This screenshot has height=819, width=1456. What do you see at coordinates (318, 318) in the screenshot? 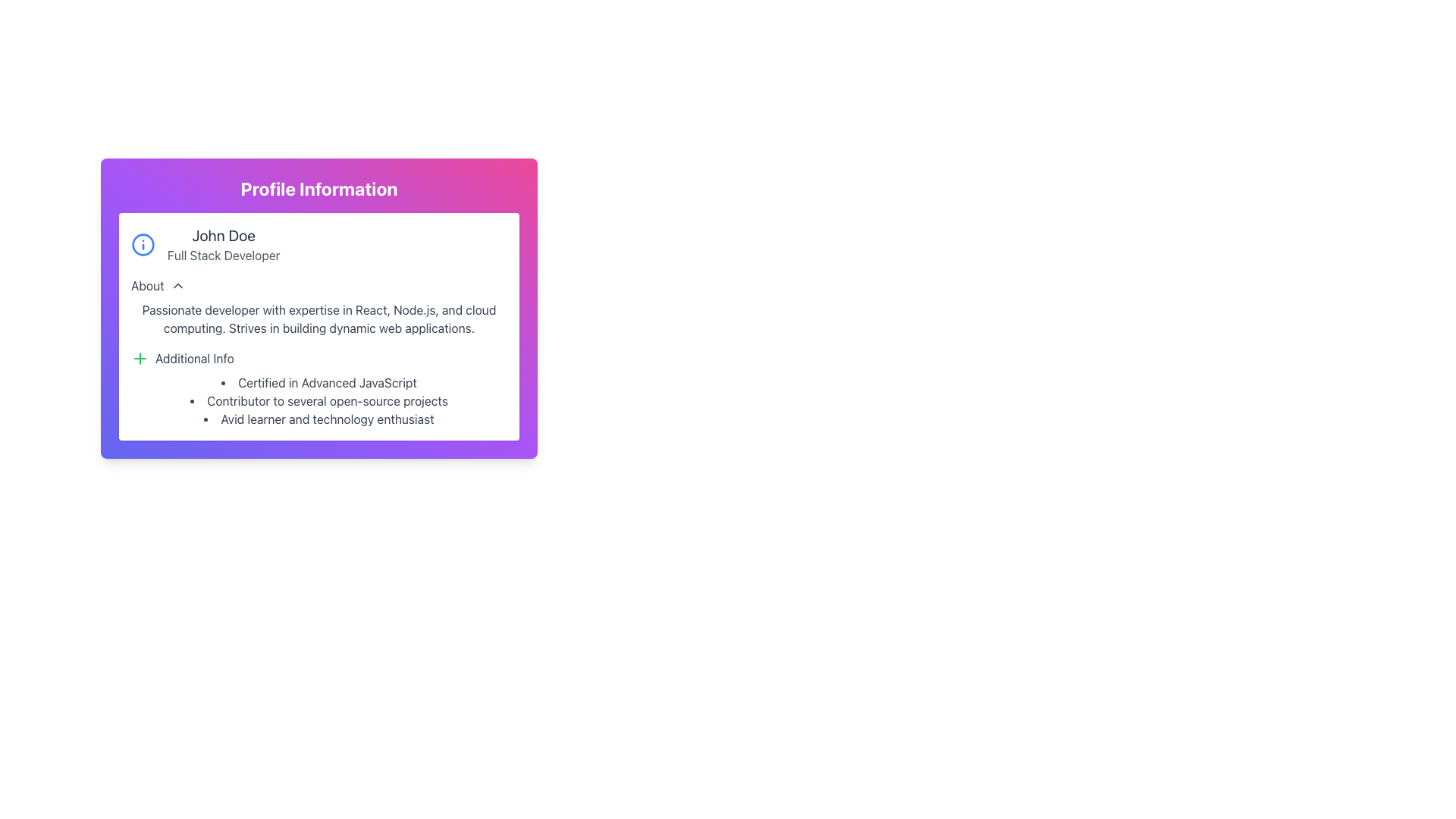
I see `the static text block that provides descriptive information about an individual's professional expertise and skills, located directly below the 'About' heading in the 'Profile Information' section` at bounding box center [318, 318].